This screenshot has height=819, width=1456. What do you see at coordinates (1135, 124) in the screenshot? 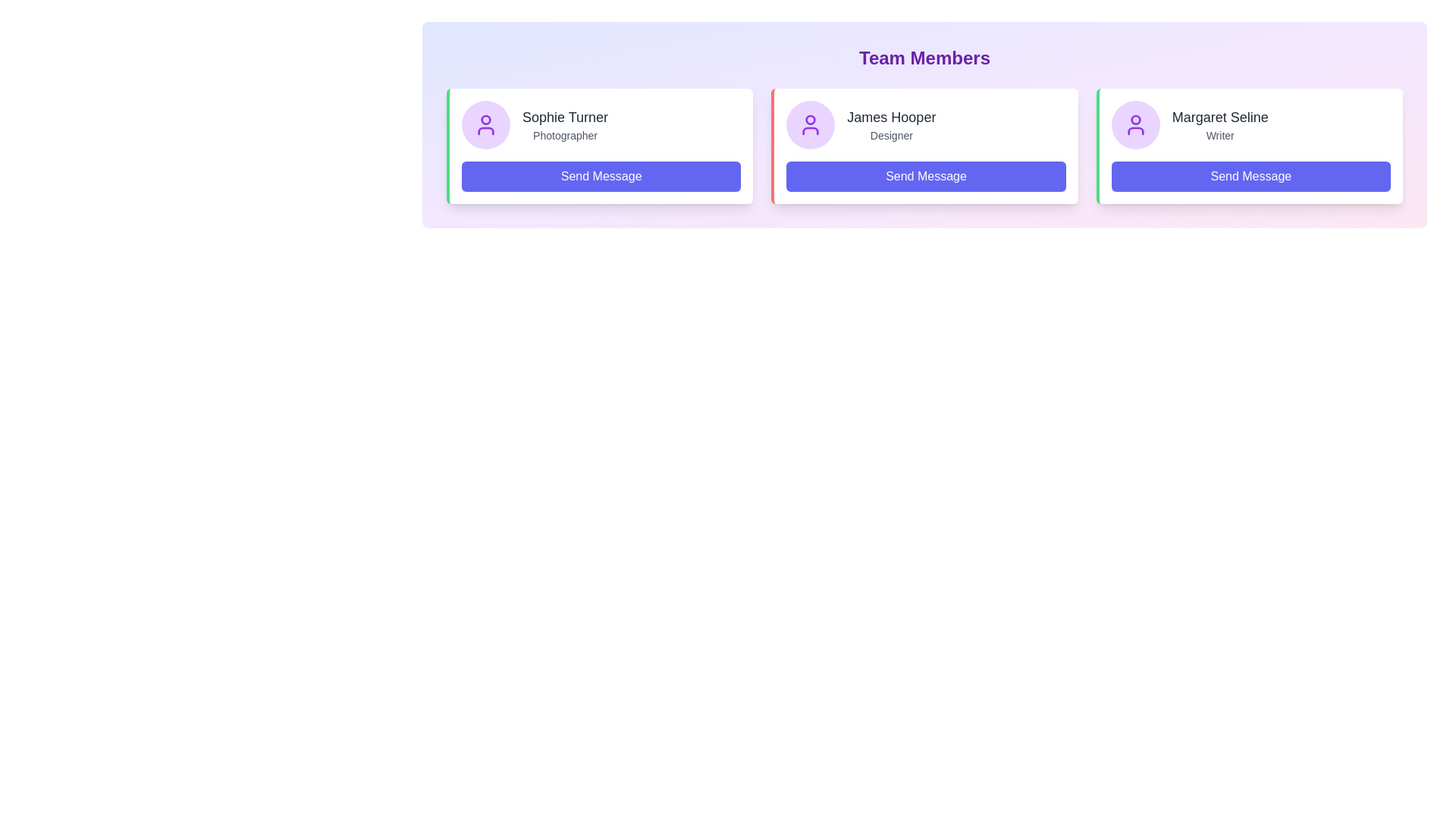
I see `the circular avatar icon representing 'Margaret Seline, Writer' in the top left section of the card layout` at bounding box center [1135, 124].